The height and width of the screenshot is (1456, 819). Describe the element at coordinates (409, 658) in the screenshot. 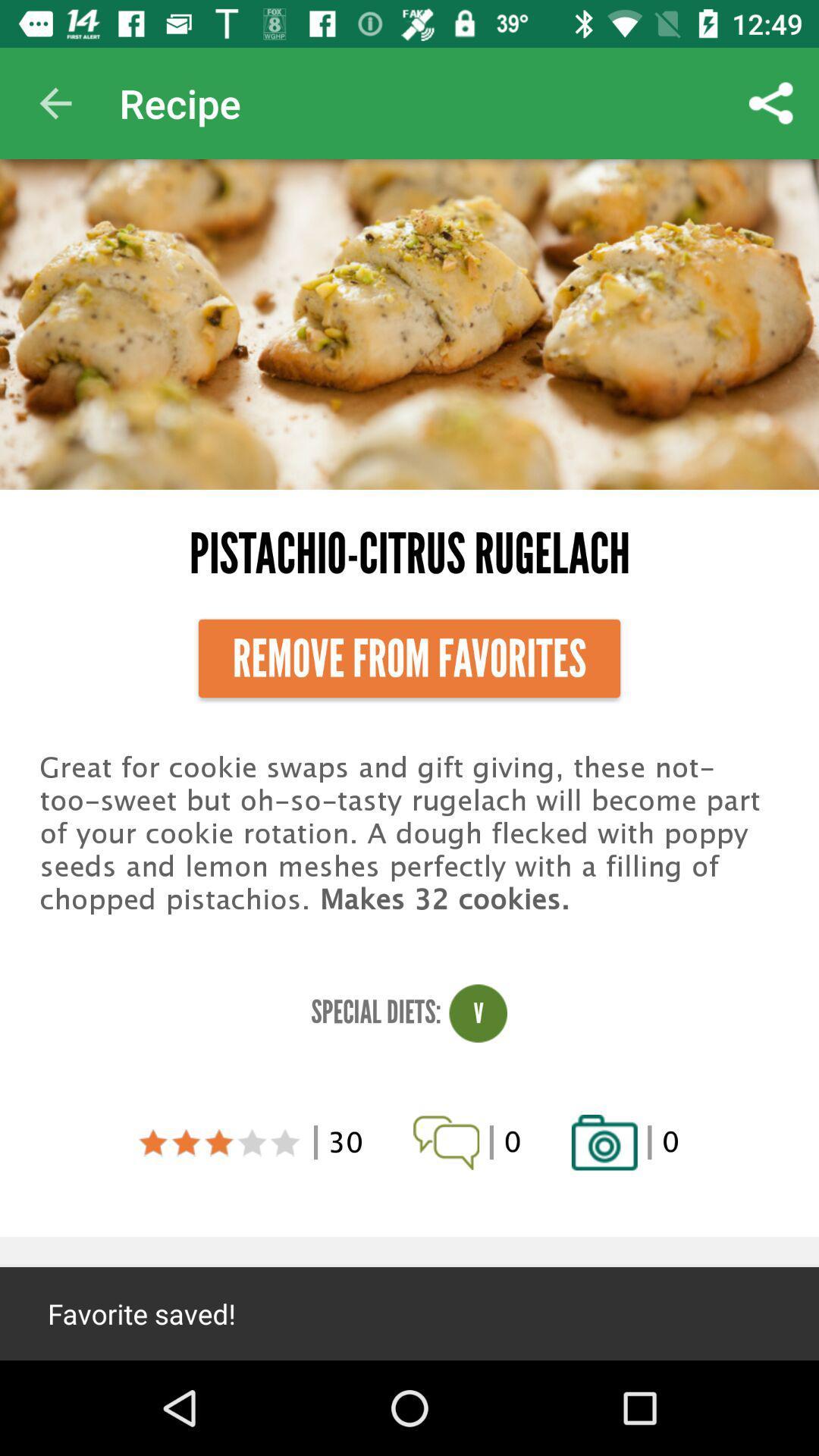

I see `remove from favorites` at that location.